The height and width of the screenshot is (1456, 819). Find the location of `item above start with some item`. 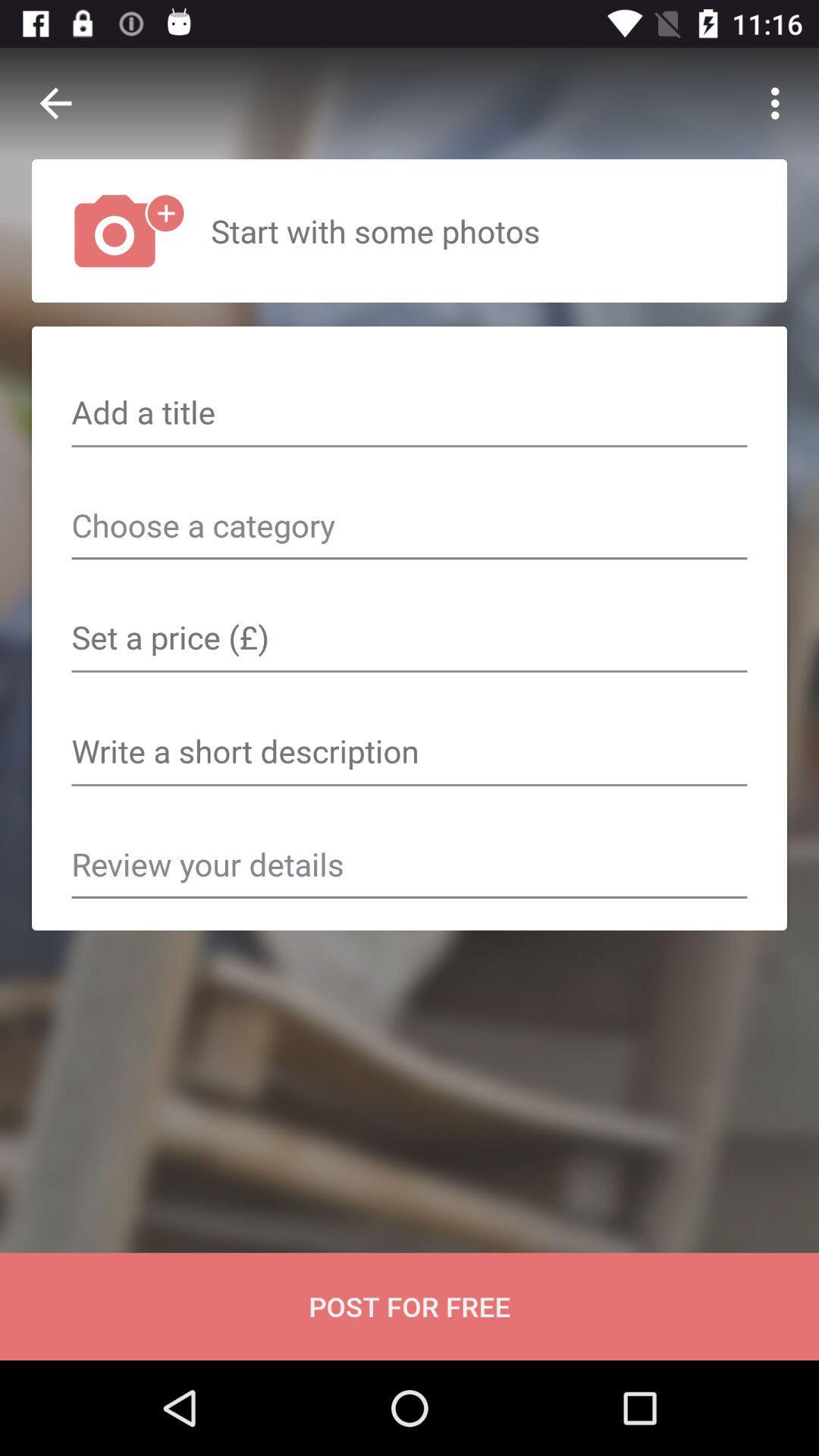

item above start with some item is located at coordinates (779, 102).